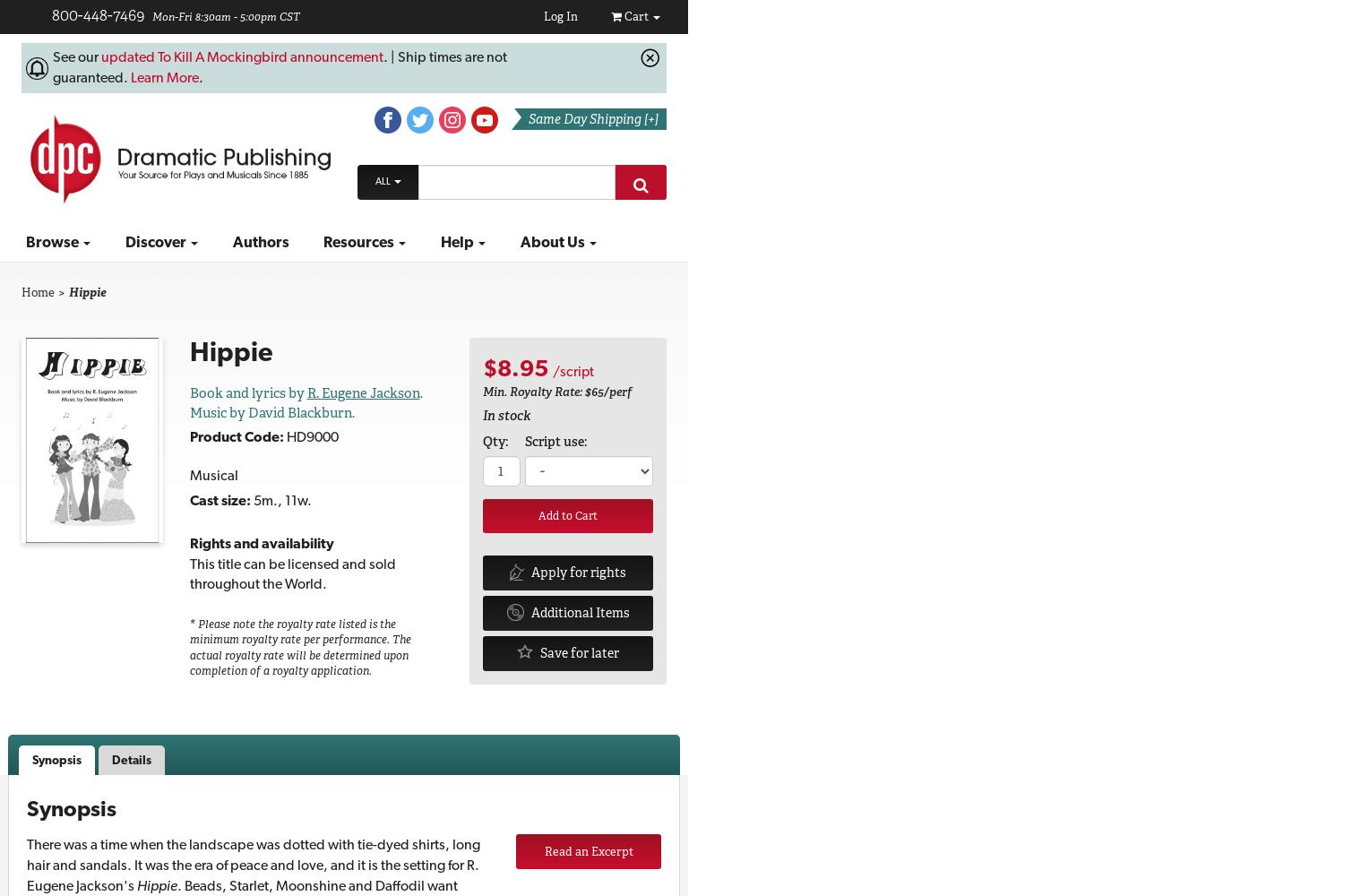 The width and height of the screenshot is (1352, 896). Describe the element at coordinates (260, 541) in the screenshot. I see `'Rights and availability'` at that location.